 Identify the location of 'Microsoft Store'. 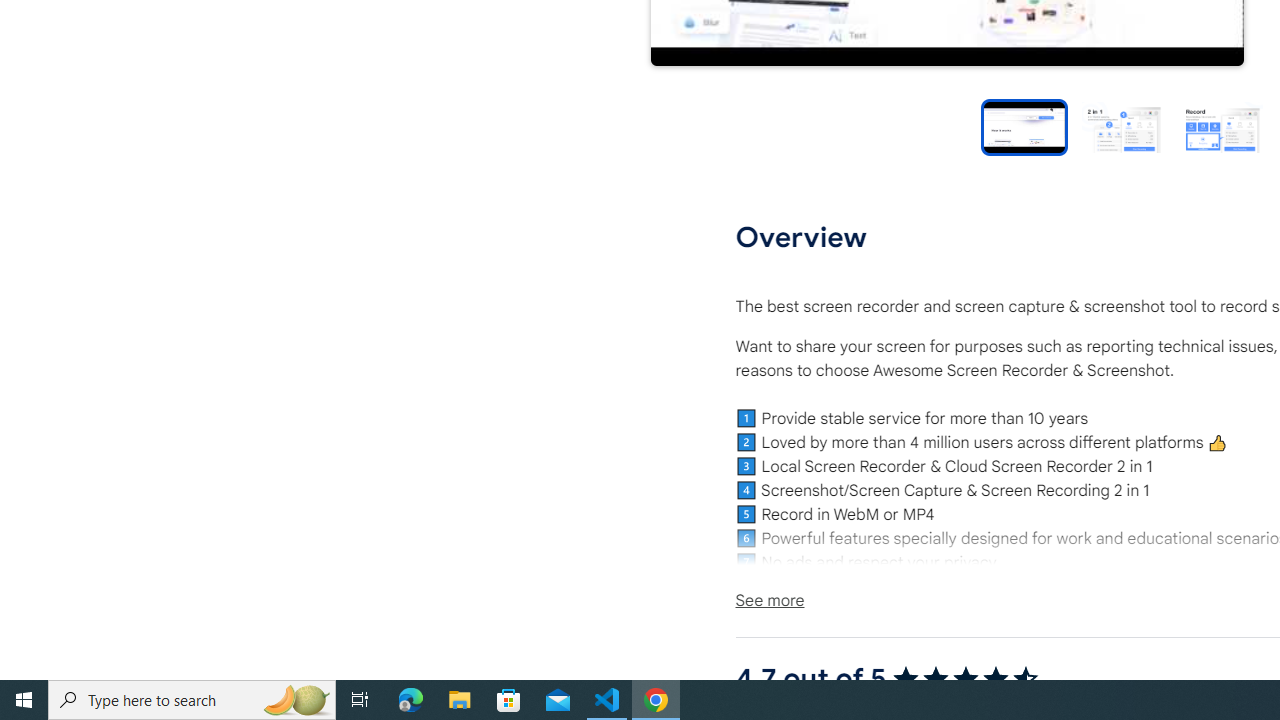
(509, 698).